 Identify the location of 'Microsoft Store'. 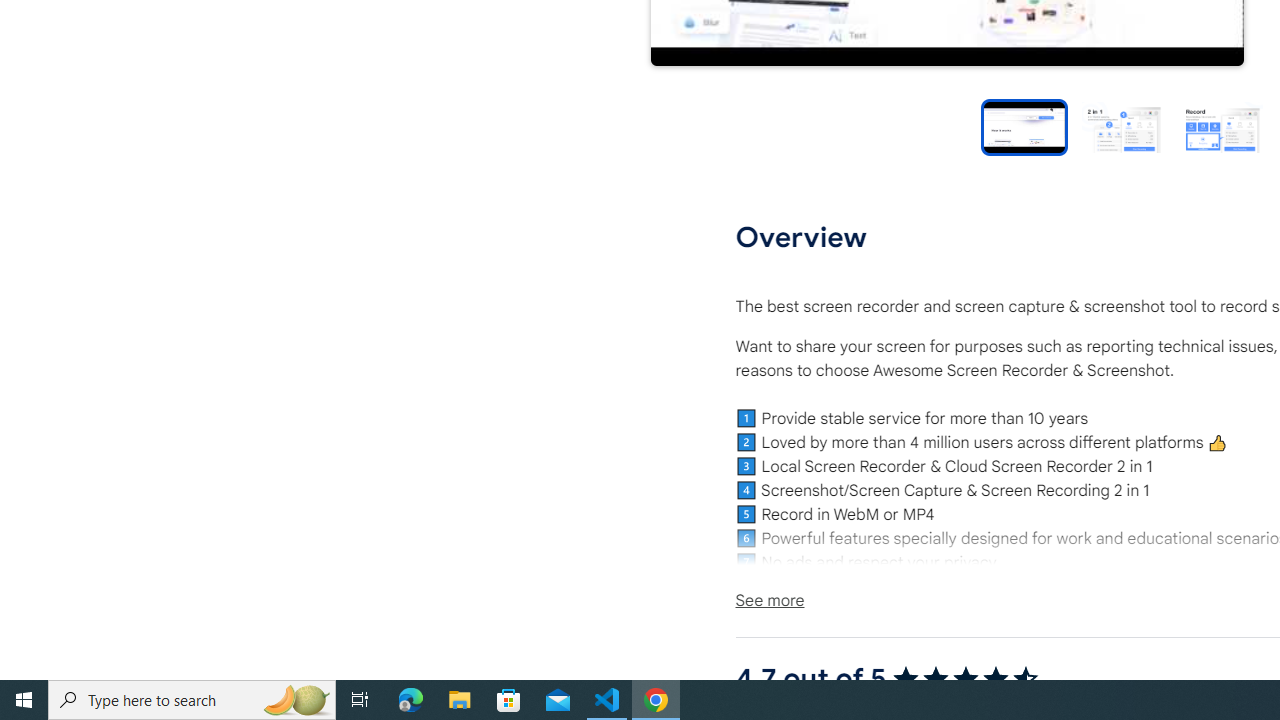
(509, 698).